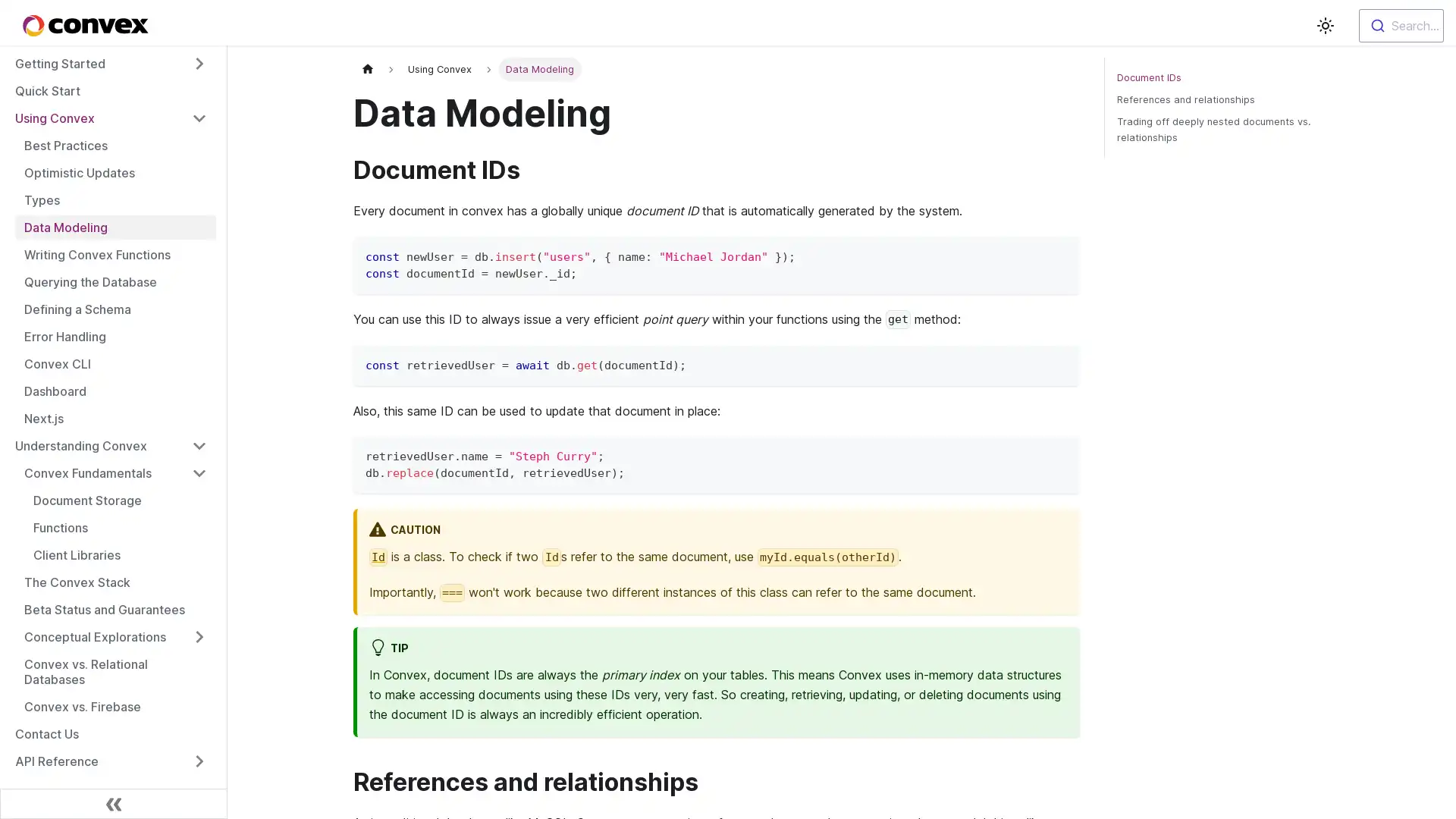 This screenshot has height=819, width=1456. What do you see at coordinates (1060, 453) in the screenshot?
I see `Copy code to clipboard` at bounding box center [1060, 453].